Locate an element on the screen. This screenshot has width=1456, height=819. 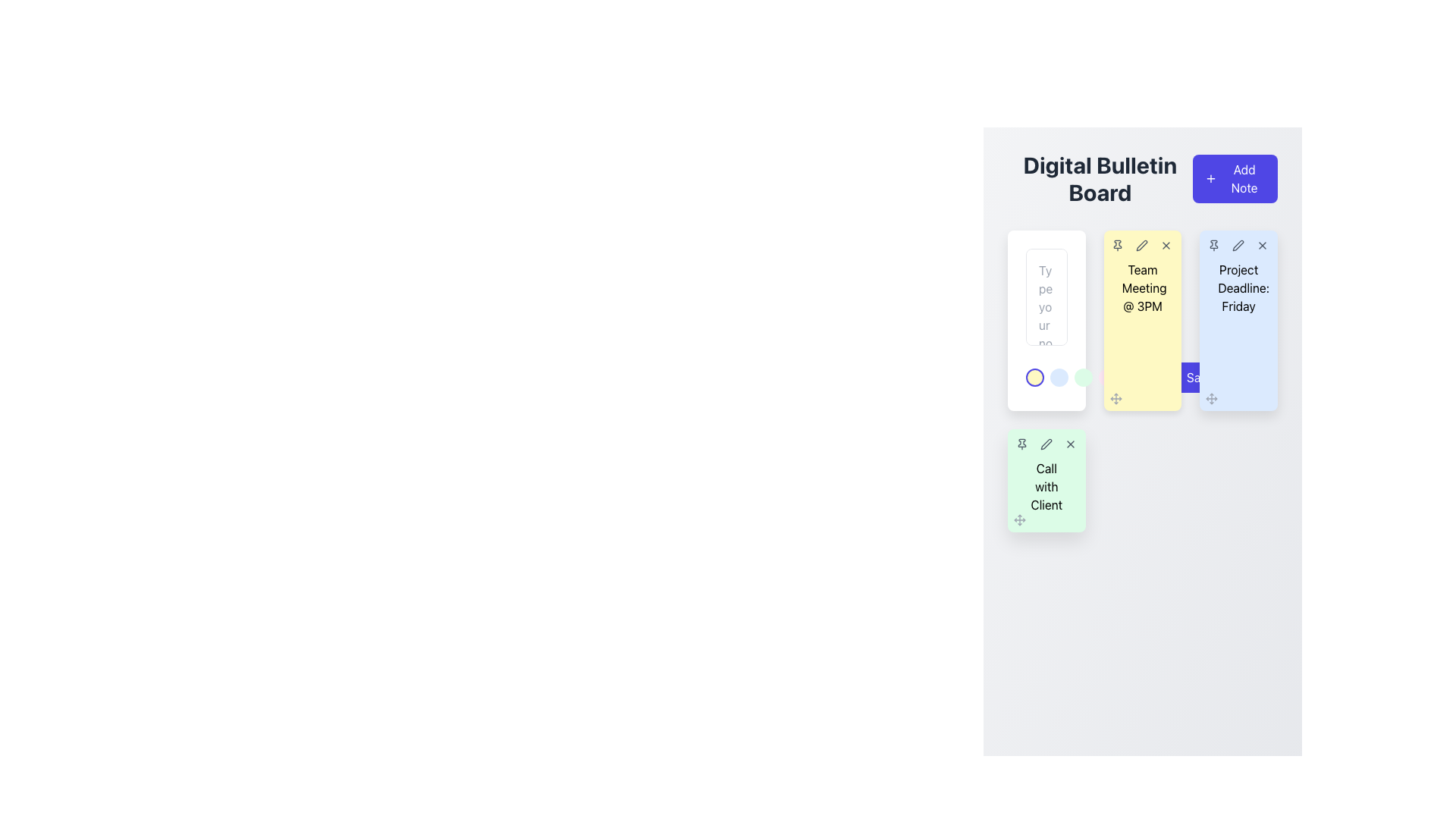
the small icon in the bottom-left corner of the 'Call with Client' card, which resembles four arrows pointing outward is located at coordinates (1019, 519).